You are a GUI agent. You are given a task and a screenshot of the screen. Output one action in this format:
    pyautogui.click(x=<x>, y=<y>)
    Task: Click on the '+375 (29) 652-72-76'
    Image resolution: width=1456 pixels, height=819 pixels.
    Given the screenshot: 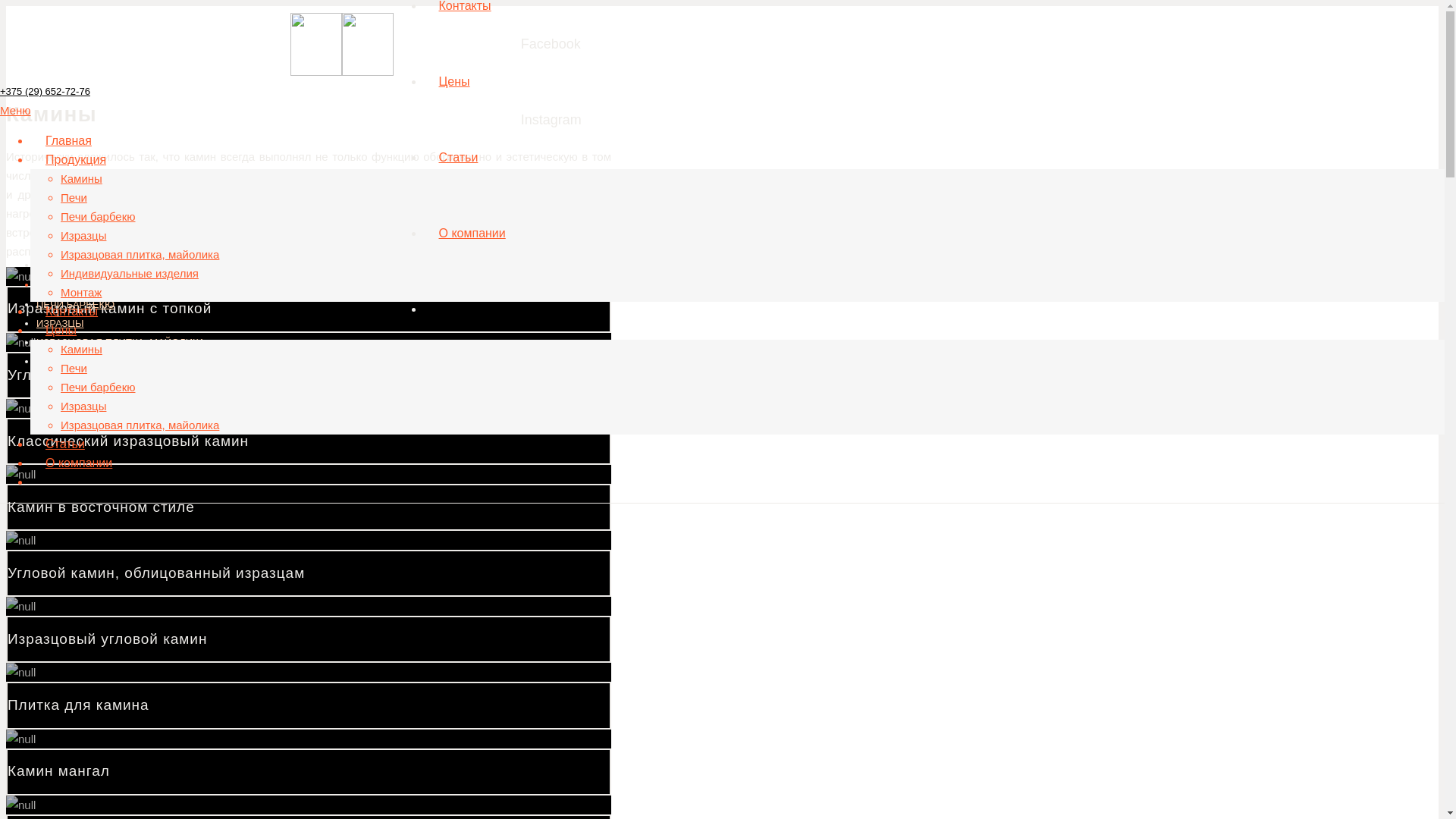 What is the action you would take?
    pyautogui.click(x=45, y=91)
    